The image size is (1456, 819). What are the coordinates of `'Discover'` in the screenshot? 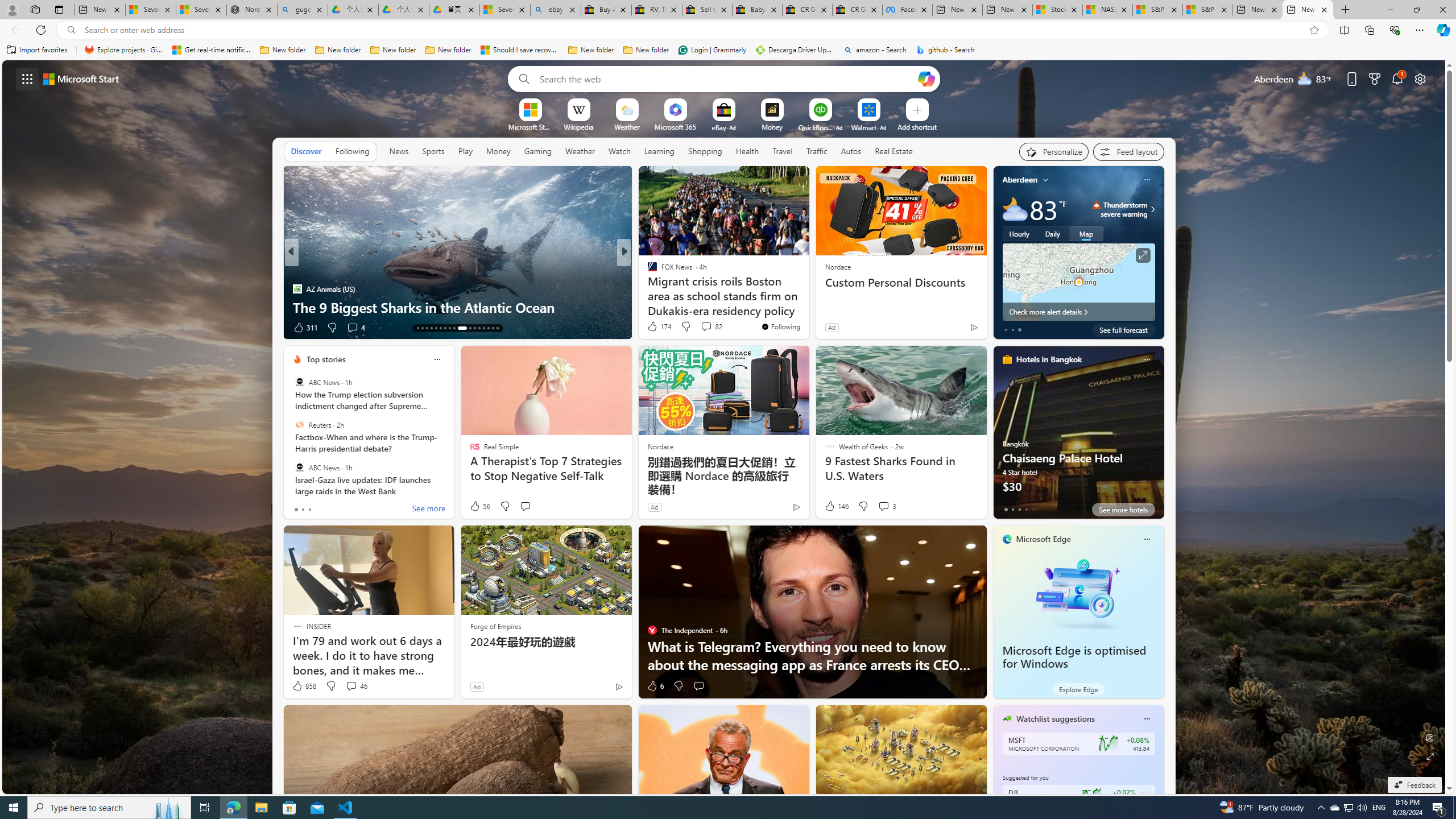 It's located at (306, 150).